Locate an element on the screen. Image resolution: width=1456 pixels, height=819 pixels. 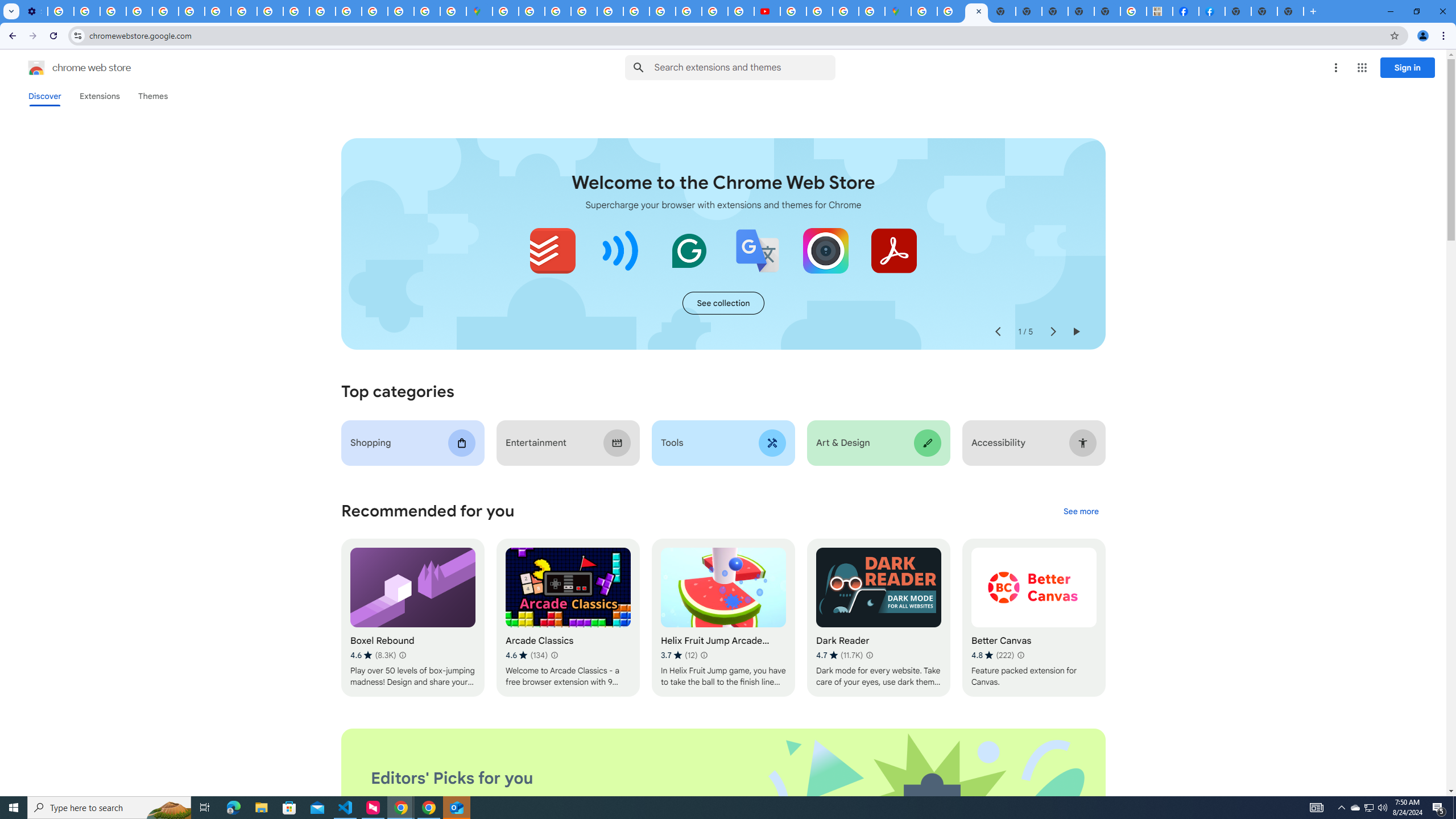
'Extensions' is located at coordinates (100, 96).